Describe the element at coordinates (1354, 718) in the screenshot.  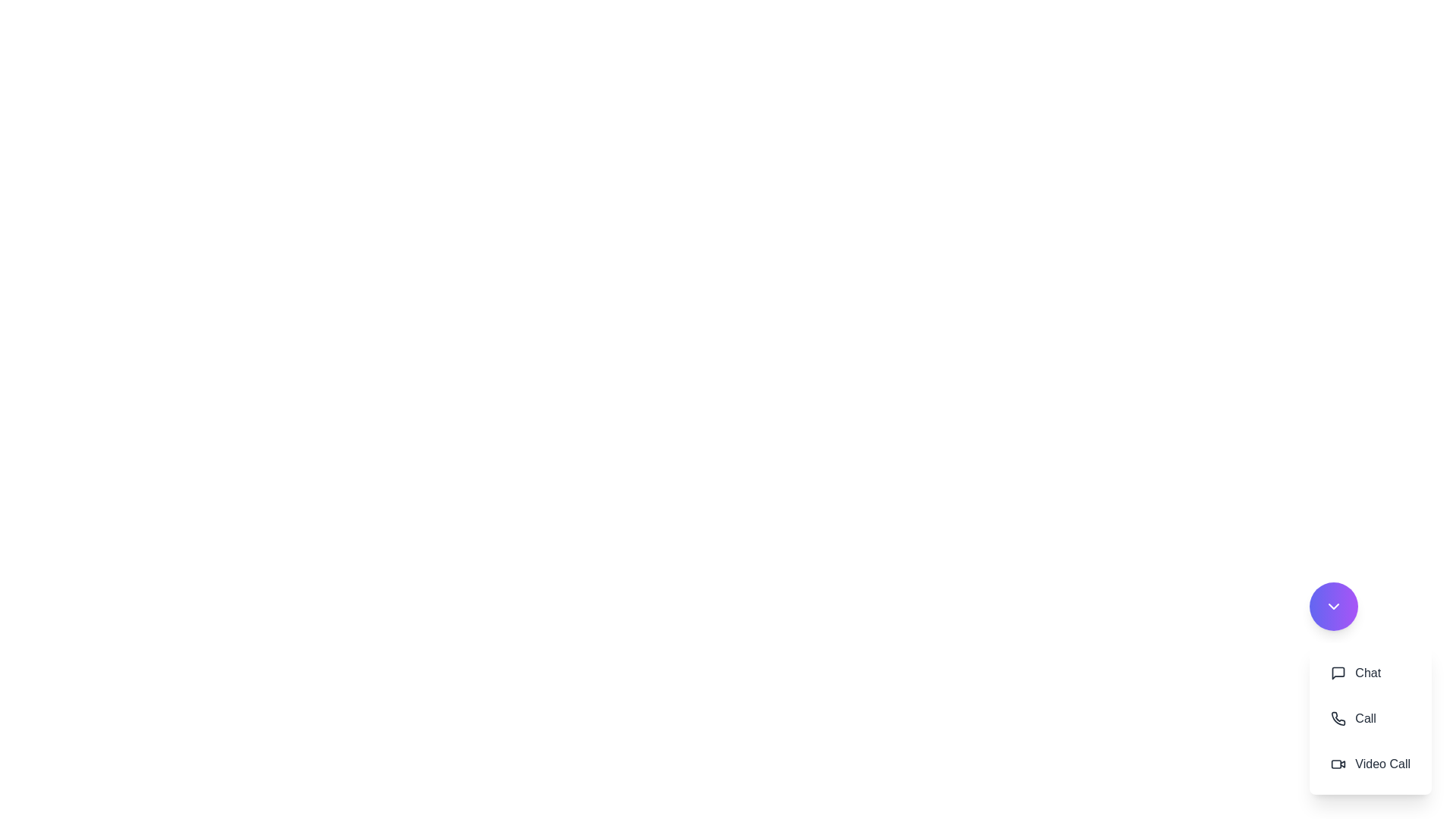
I see `the 'Call' button to initiate a call` at that location.